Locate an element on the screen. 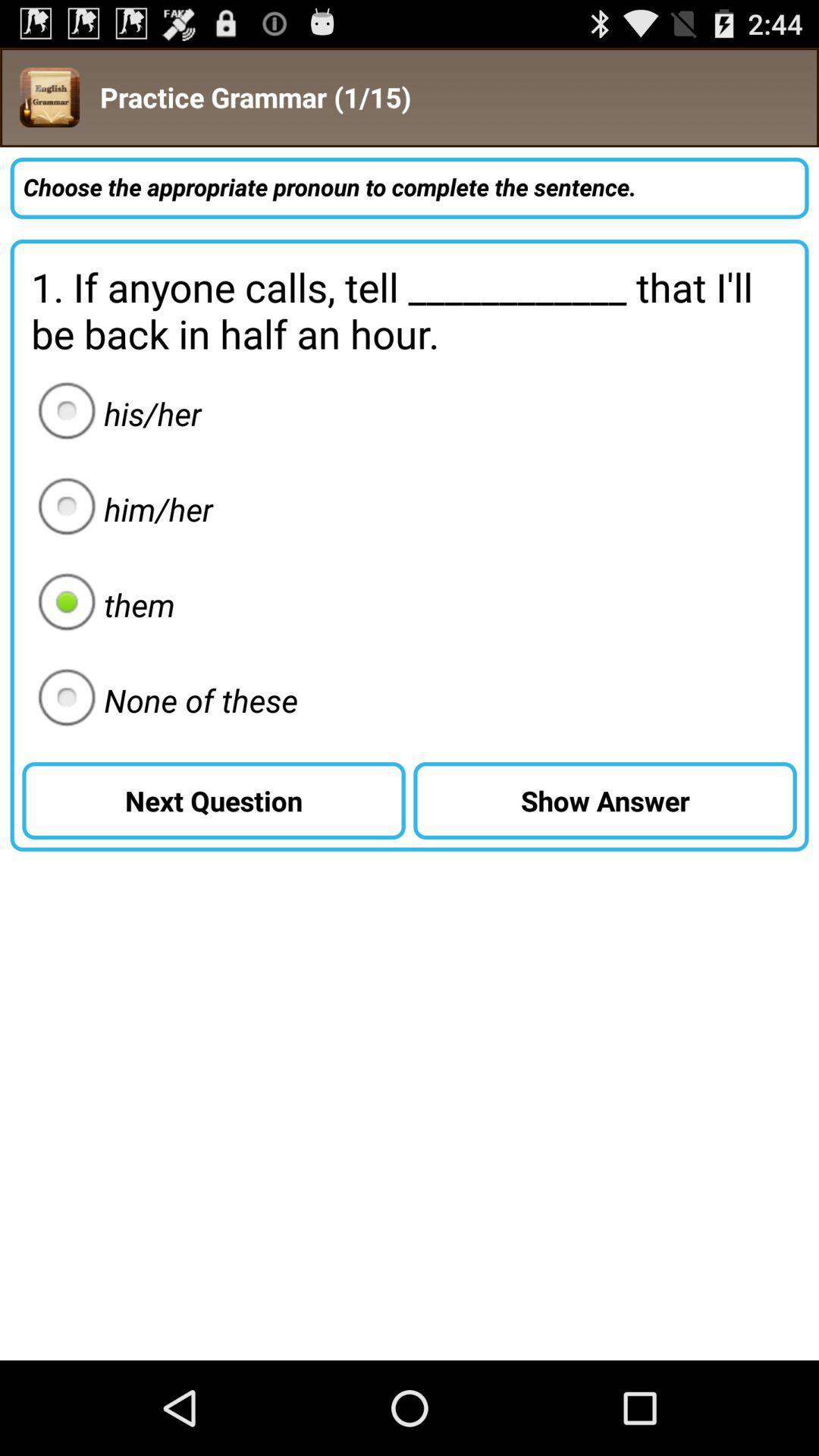 Image resolution: width=819 pixels, height=1456 pixels. the icon below 1 if anyone icon is located at coordinates (604, 800).